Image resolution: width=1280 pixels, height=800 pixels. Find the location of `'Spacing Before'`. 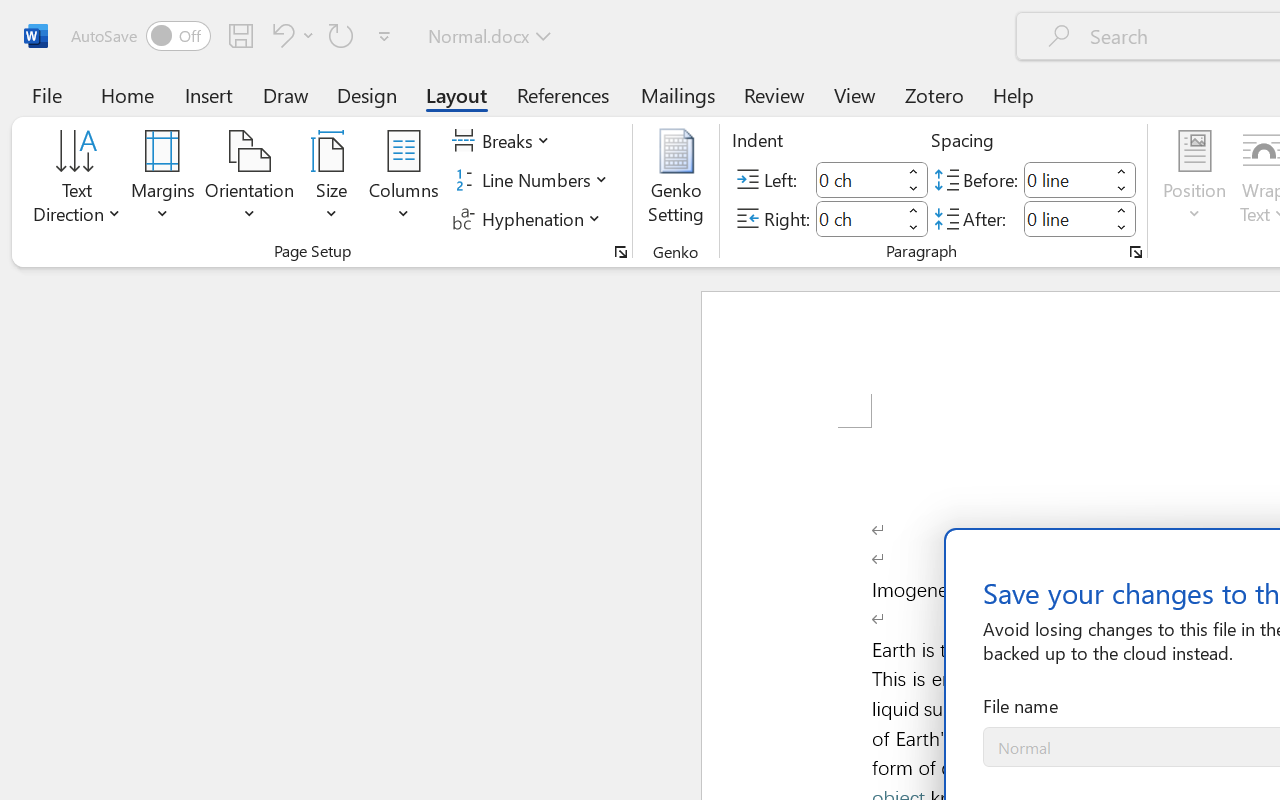

'Spacing Before' is located at coordinates (1065, 178).